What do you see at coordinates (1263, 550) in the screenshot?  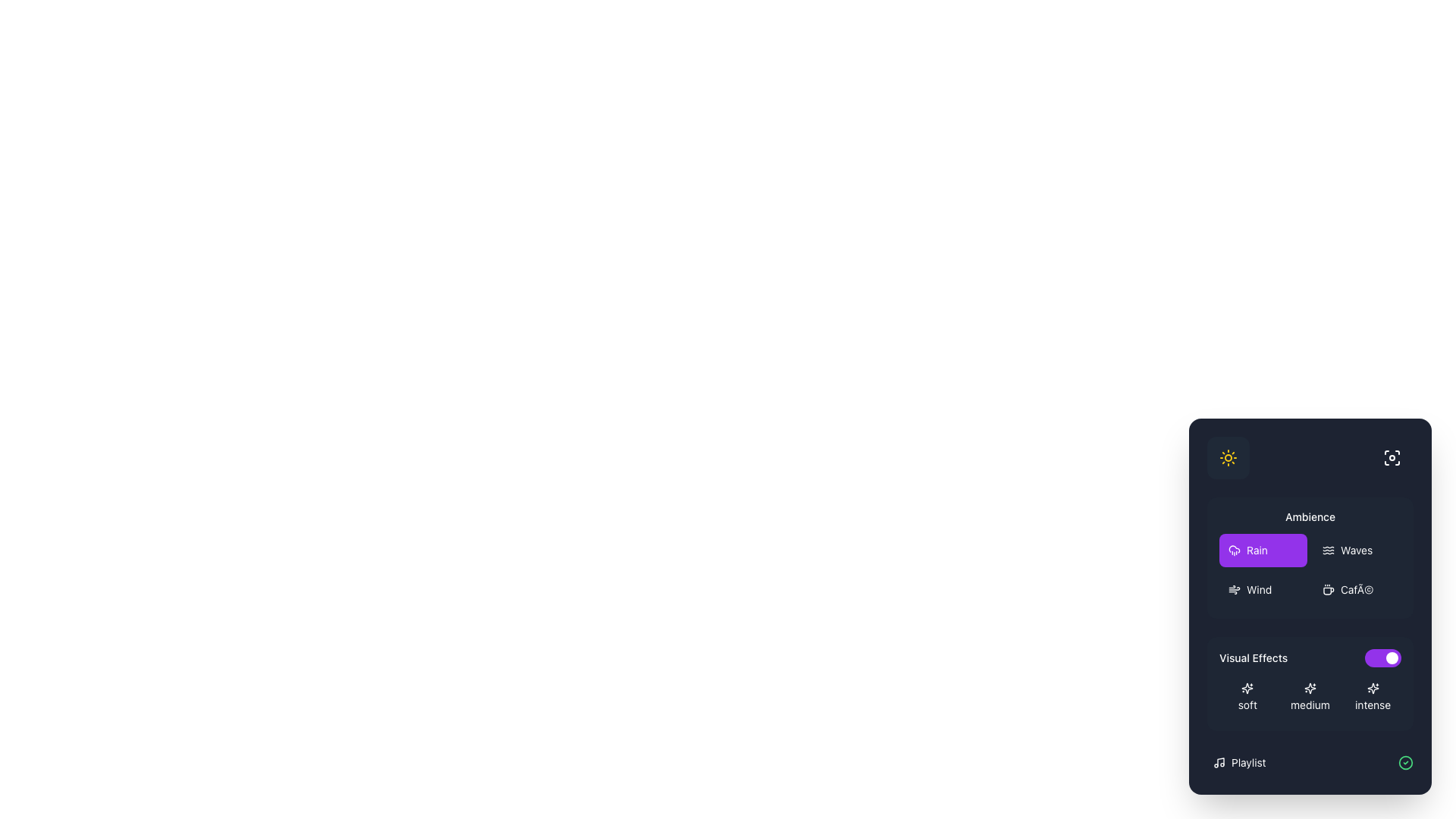 I see `the interactive 'Rain' ambiance button located in the top-left corner of the 'Ambience' grid` at bounding box center [1263, 550].